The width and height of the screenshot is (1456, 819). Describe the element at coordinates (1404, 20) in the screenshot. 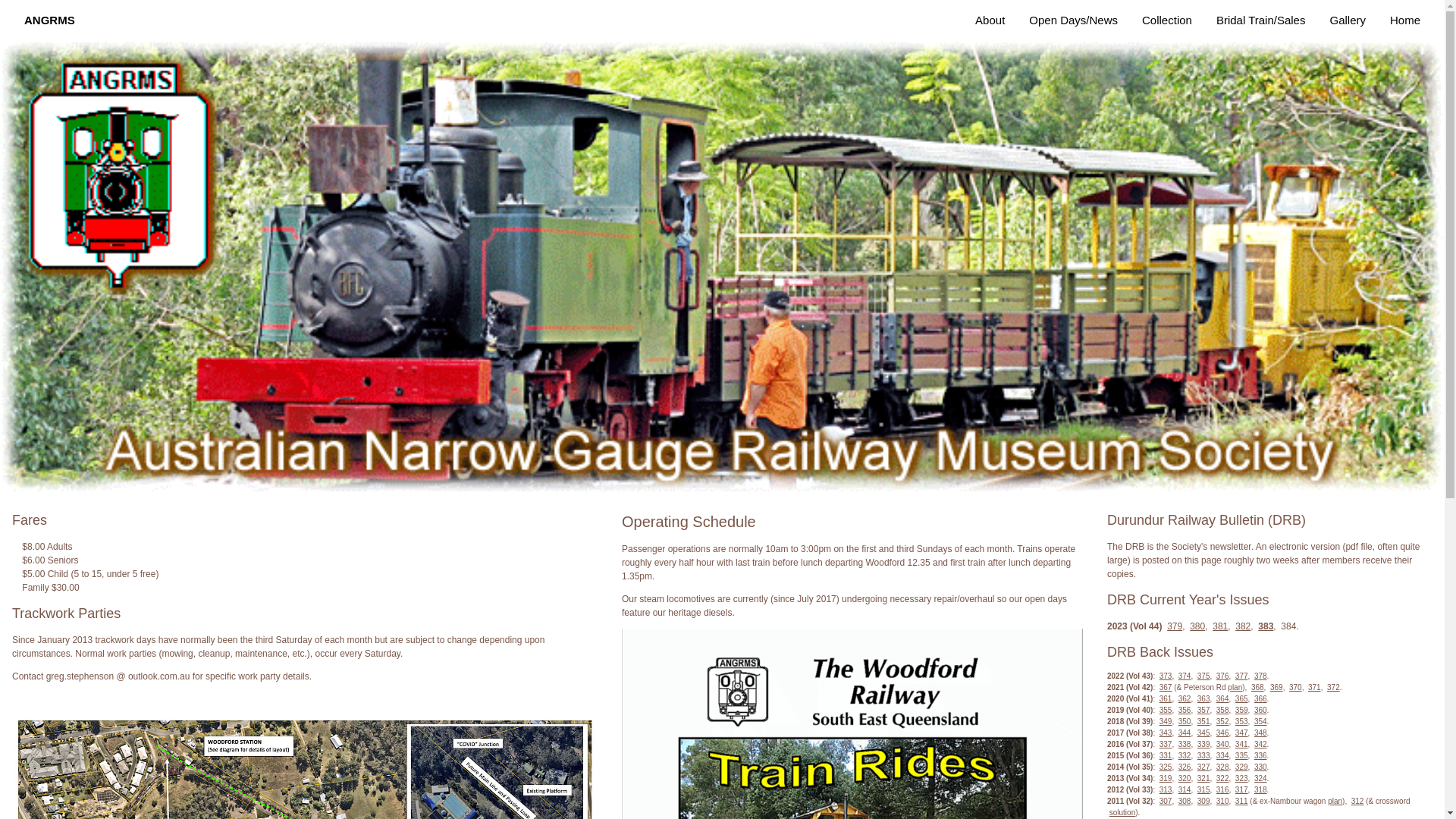

I see `'Home'` at that location.